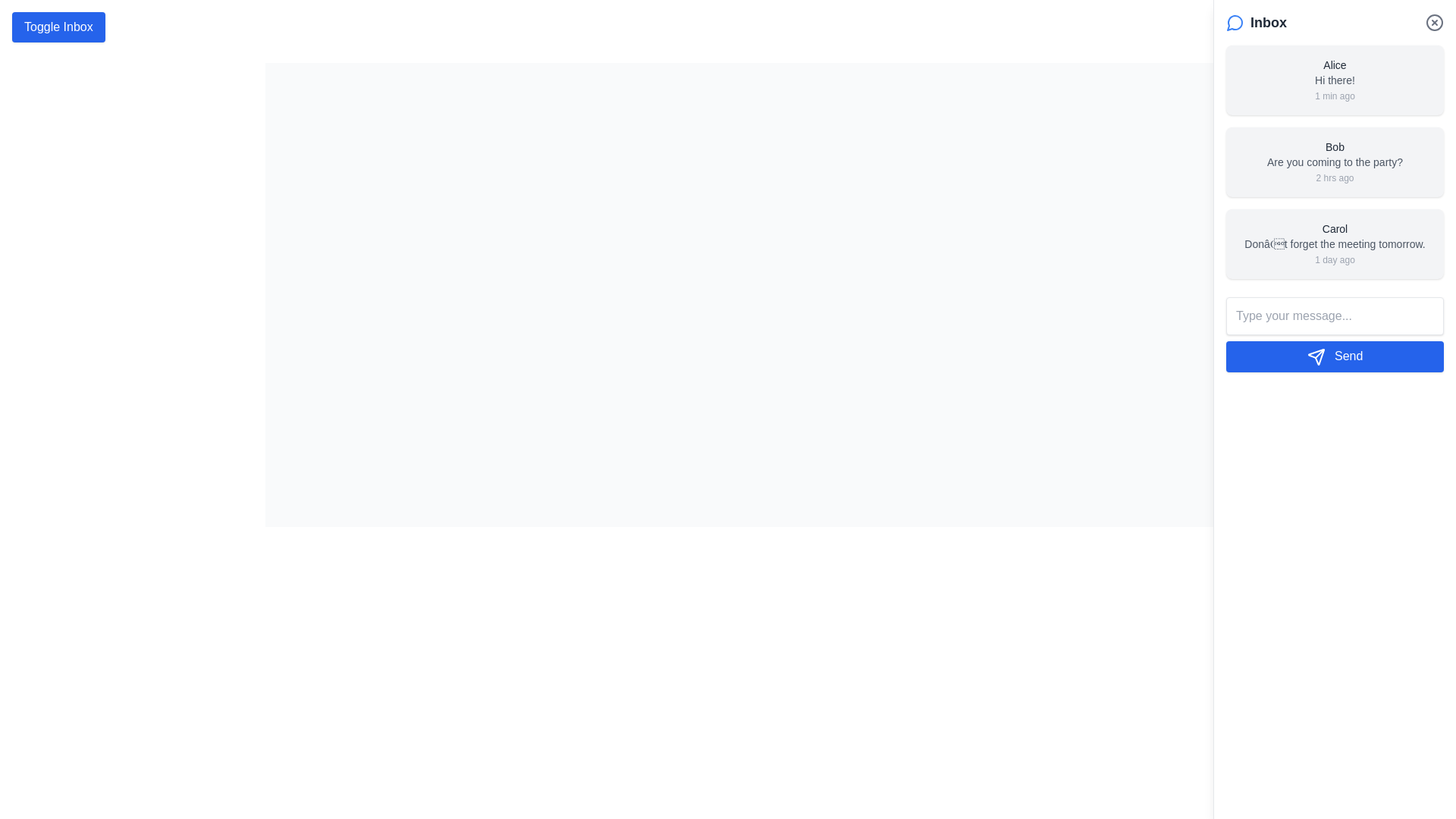 This screenshot has height=819, width=1456. I want to click on the circular close button located at the top-right corner of the Inbox panel, which is part of an icon with a crossed line in the center, so click(1433, 23).